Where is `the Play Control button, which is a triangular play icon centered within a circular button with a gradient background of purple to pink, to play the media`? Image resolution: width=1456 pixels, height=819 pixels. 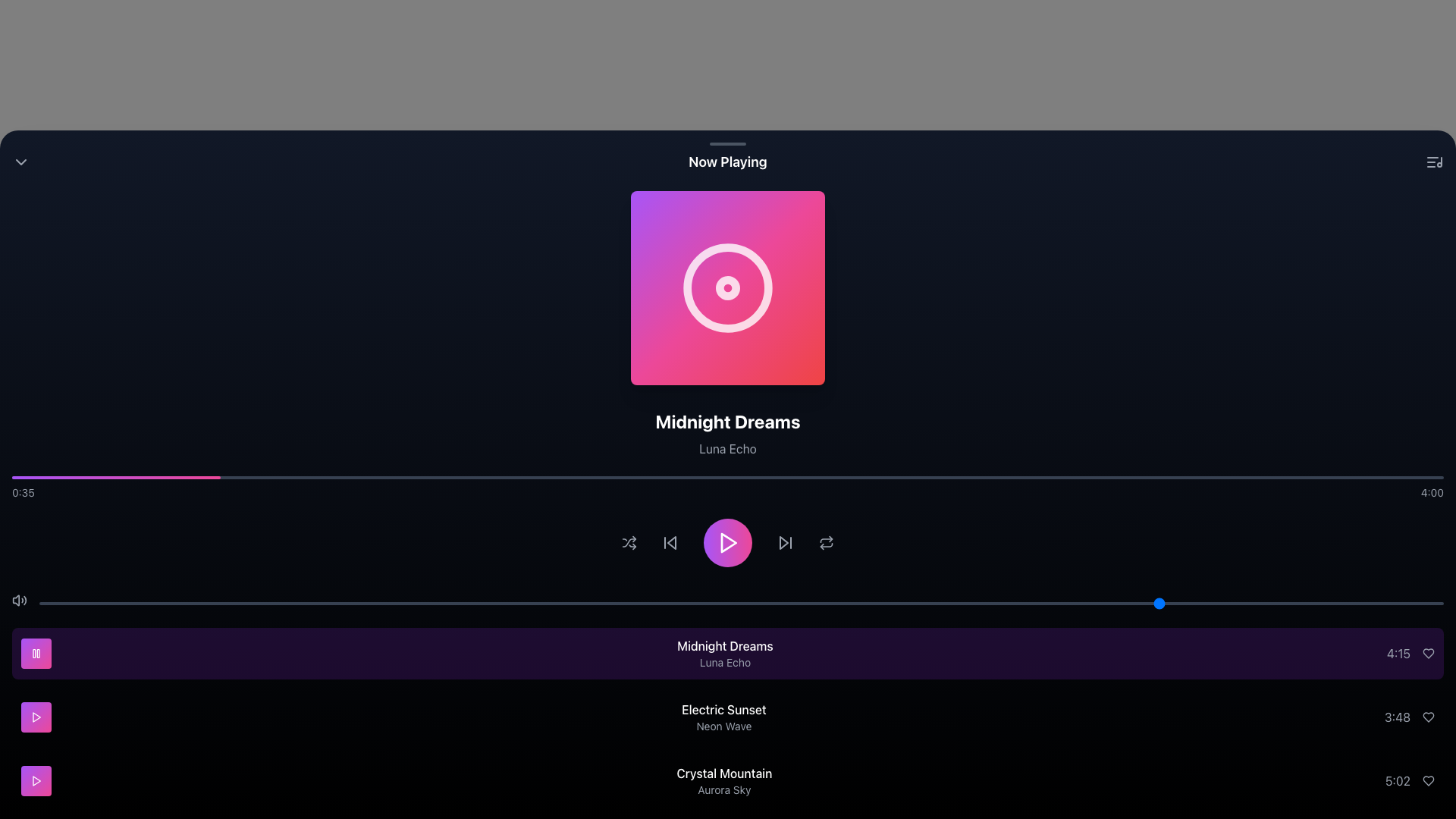 the Play Control button, which is a triangular play icon centered within a circular button with a gradient background of purple to pink, to play the media is located at coordinates (728, 542).